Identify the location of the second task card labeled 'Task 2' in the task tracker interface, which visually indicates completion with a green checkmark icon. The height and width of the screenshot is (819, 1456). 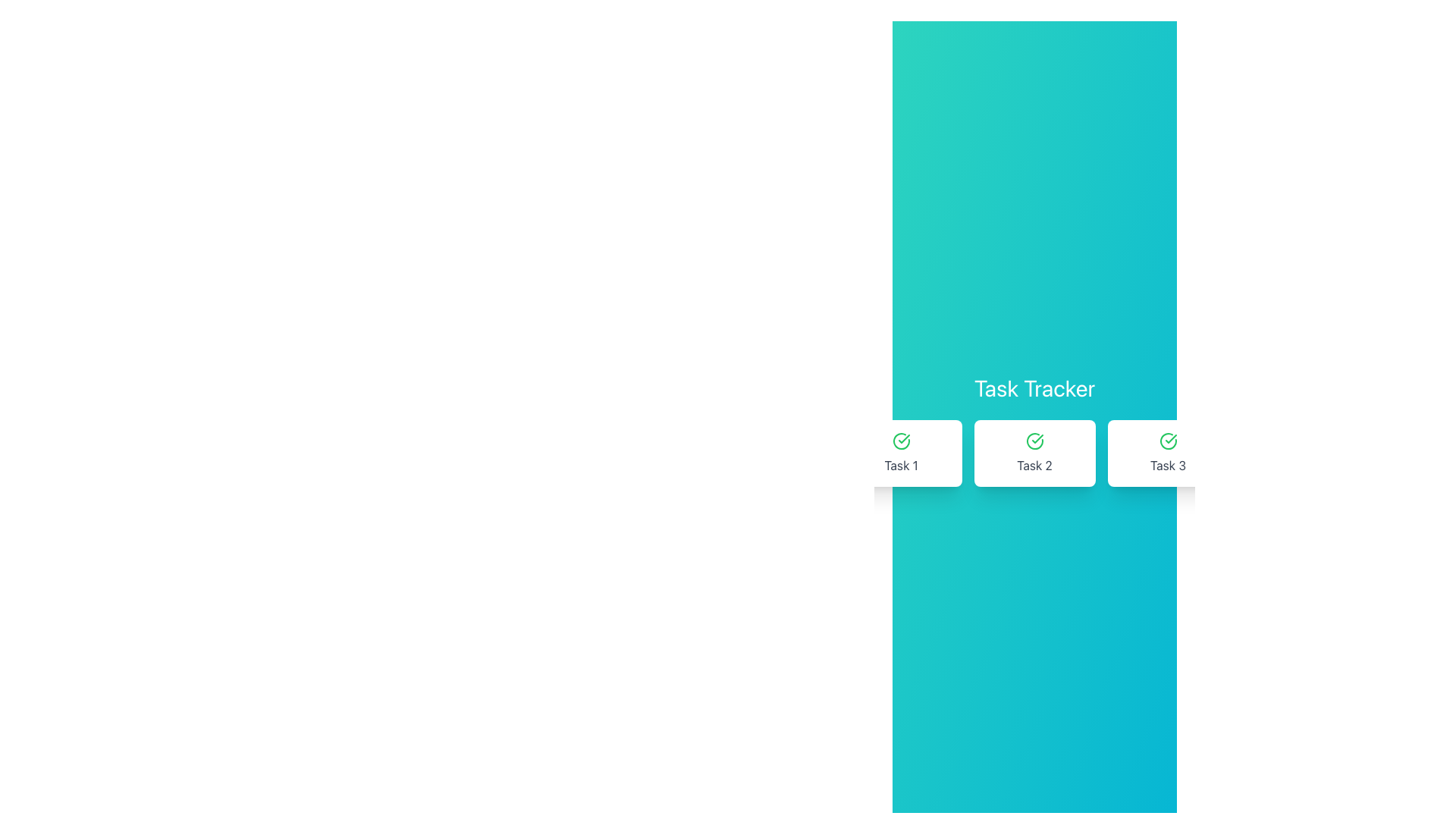
(1034, 452).